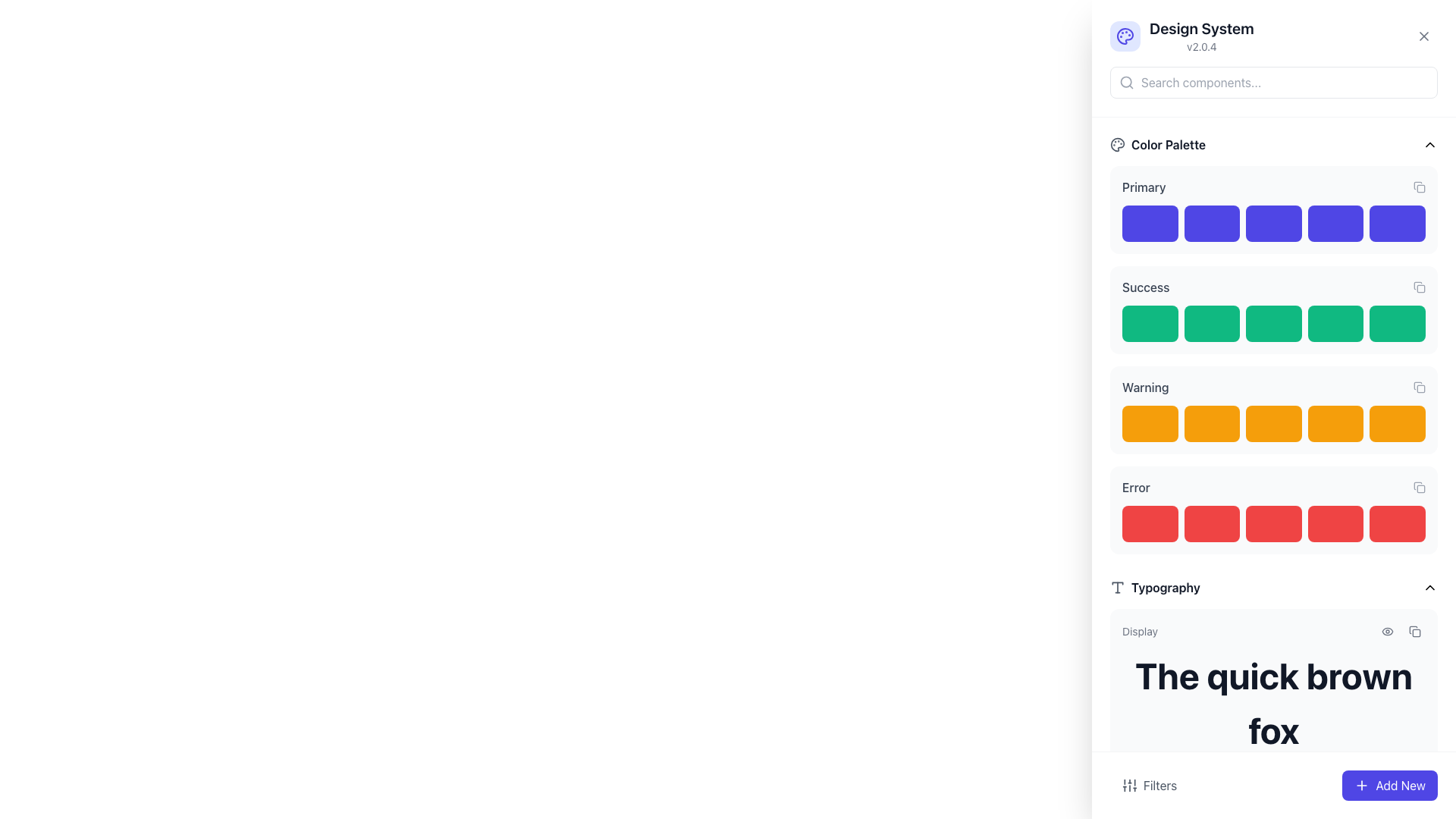 The image size is (1456, 819). What do you see at coordinates (1419, 186) in the screenshot?
I see `the button located at the top-right corner of the 'Primary' section of the 'Color Palette' to copy the information related to 'Primary' to the clipboard` at bounding box center [1419, 186].